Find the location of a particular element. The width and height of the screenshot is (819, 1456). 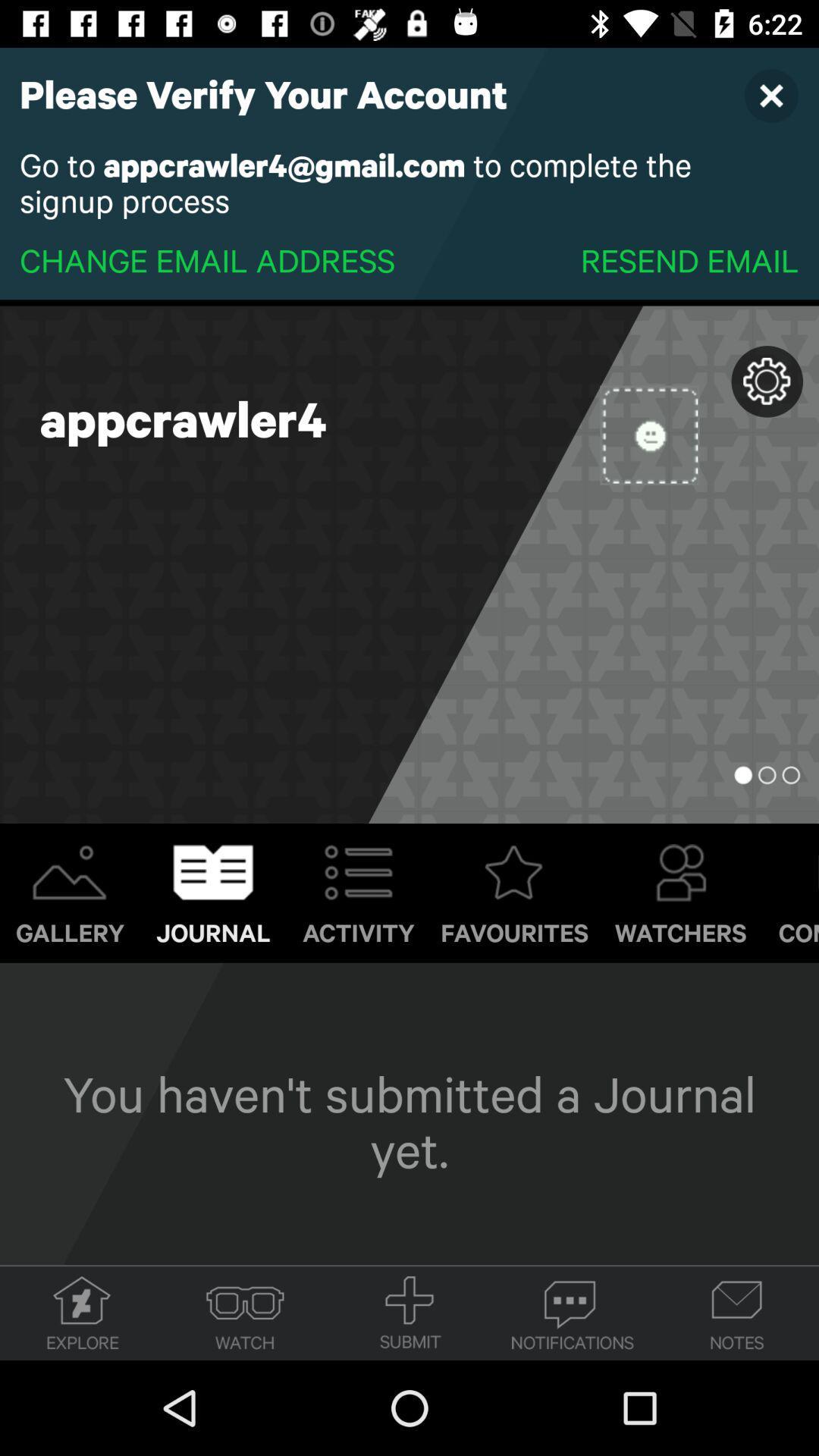

icon next to appcrawler4 icon is located at coordinates (648, 435).